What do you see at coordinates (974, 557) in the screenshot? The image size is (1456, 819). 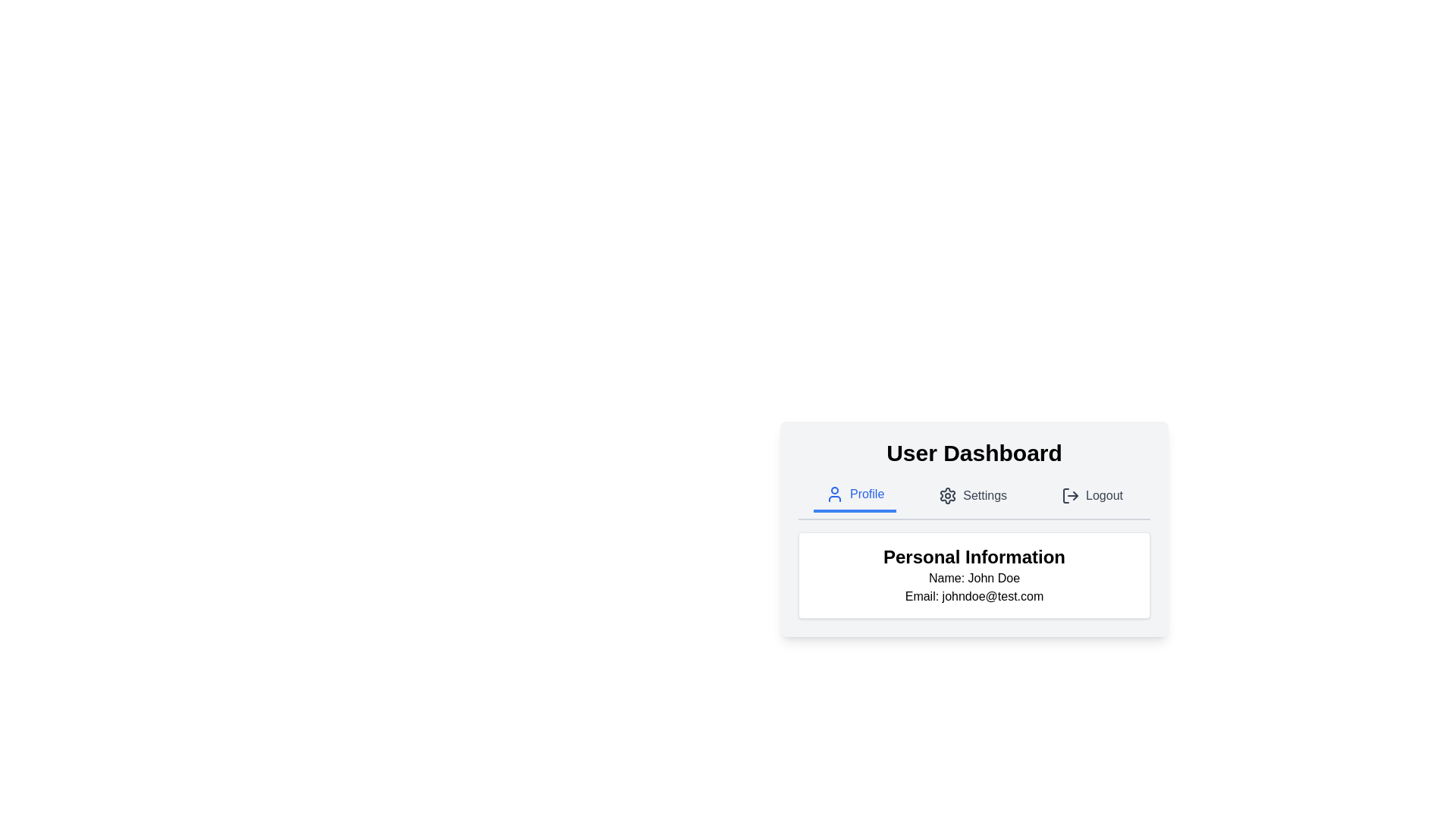 I see `the Text header (title) that denotes the start of a category or group of user-related details, located at the top-center of the content section above 'Name: John Doe' and 'Email: johndoe@test.com'` at bounding box center [974, 557].